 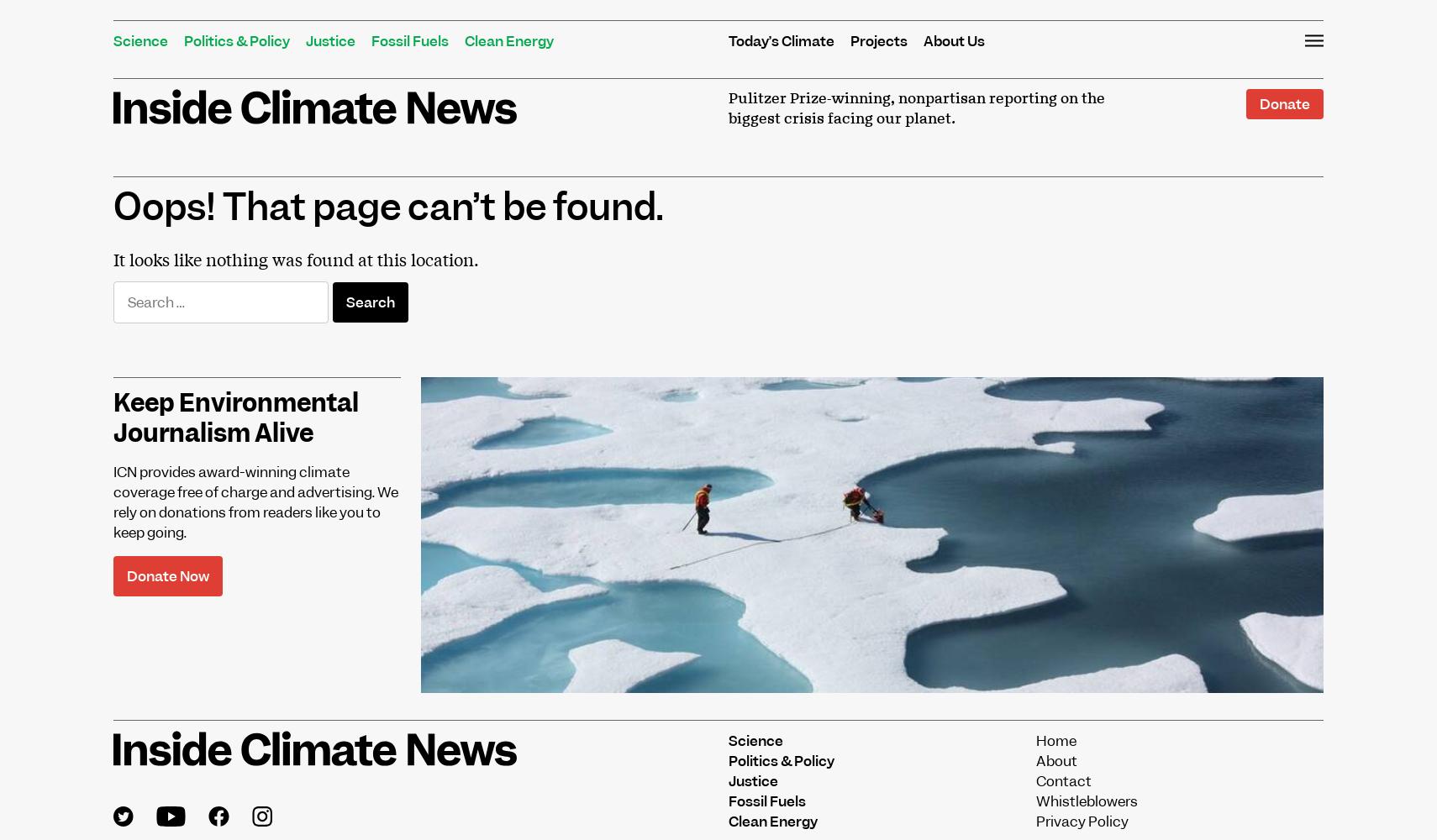 What do you see at coordinates (849, 41) in the screenshot?
I see `'Projects'` at bounding box center [849, 41].